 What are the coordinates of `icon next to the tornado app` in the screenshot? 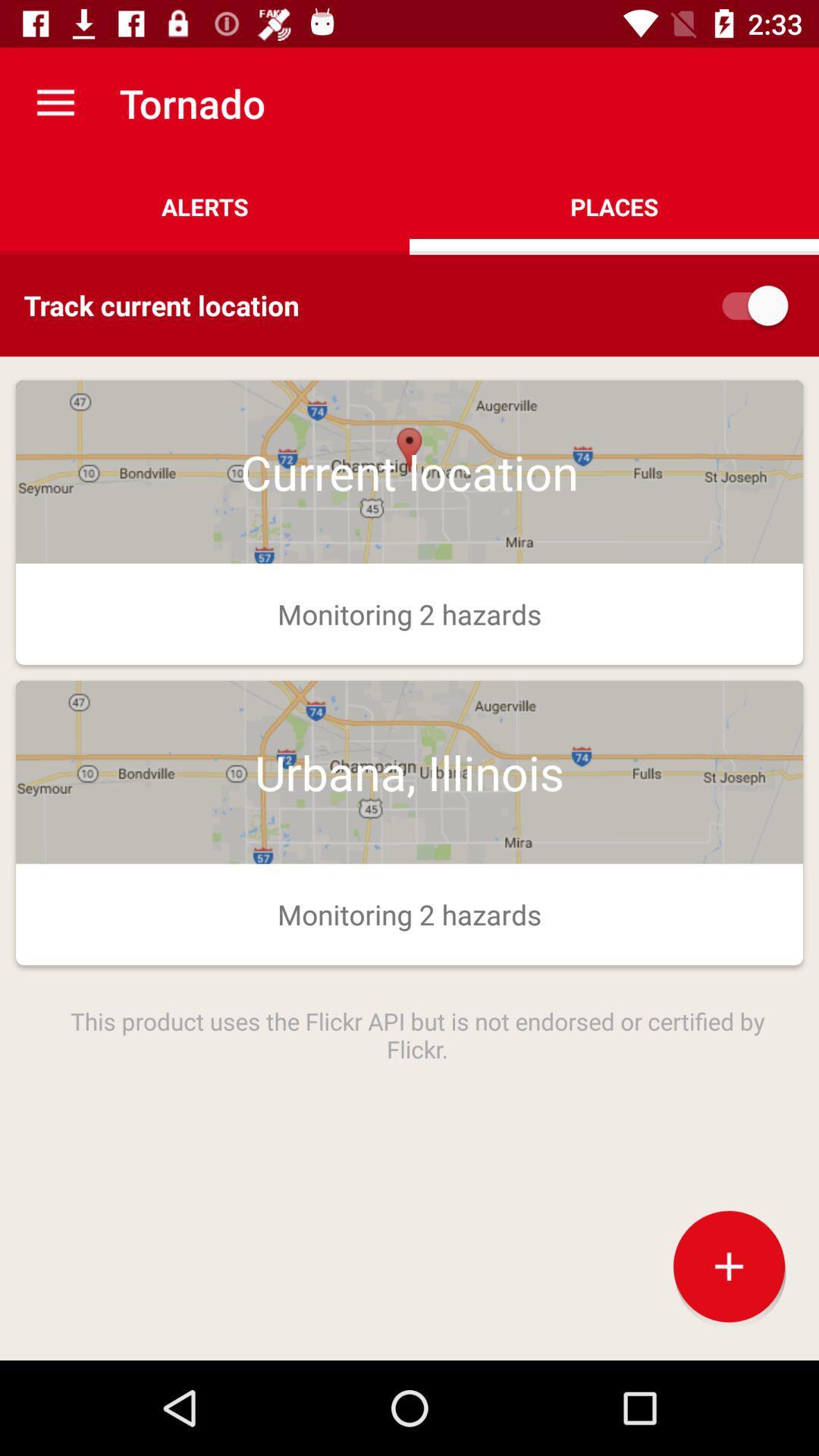 It's located at (55, 102).